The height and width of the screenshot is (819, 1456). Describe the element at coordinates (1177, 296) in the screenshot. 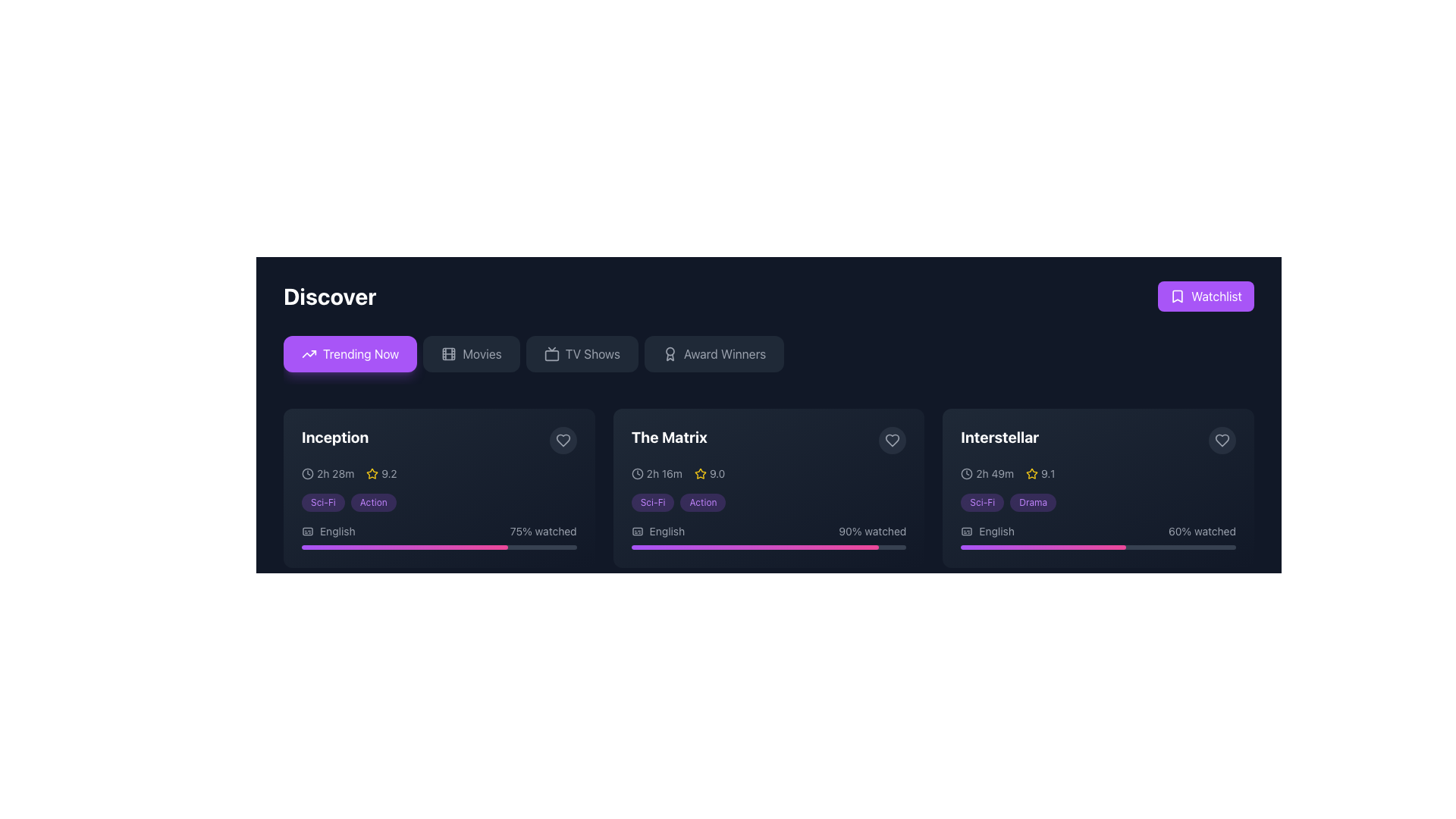

I see `the bookmark icon located at the top-right corner of the interface, adjacent` at that location.